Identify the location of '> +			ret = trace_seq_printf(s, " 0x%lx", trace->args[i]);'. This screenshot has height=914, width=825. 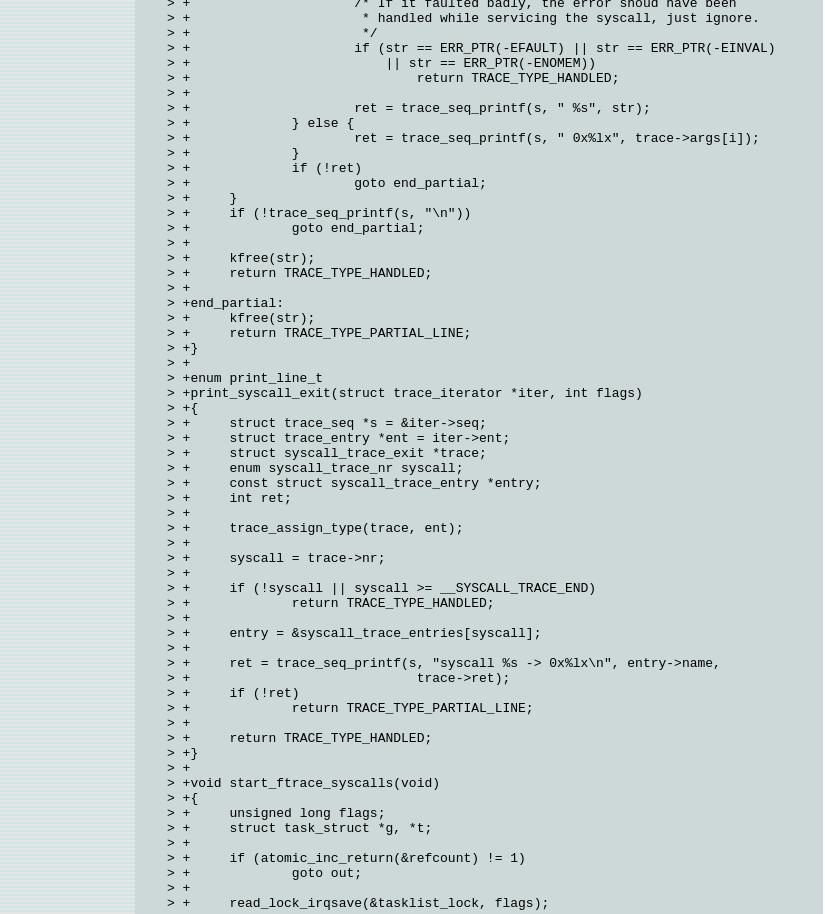
(461, 137).